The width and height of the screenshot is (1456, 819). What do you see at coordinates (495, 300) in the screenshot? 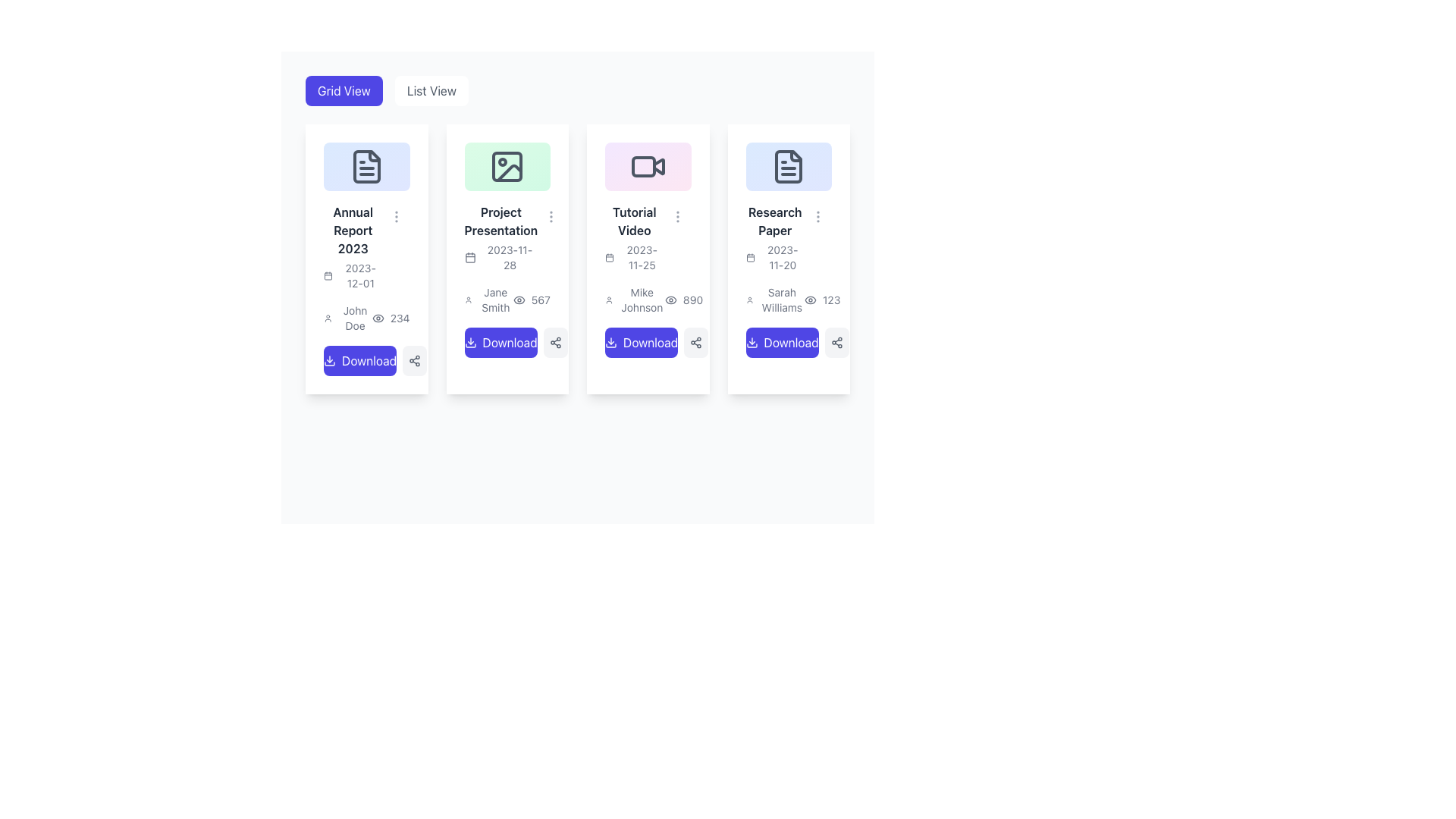
I see `the text label displaying 'Jane Smith' located within the second card of a grid view, positioned below a user profile icon and above a views indicator` at bounding box center [495, 300].